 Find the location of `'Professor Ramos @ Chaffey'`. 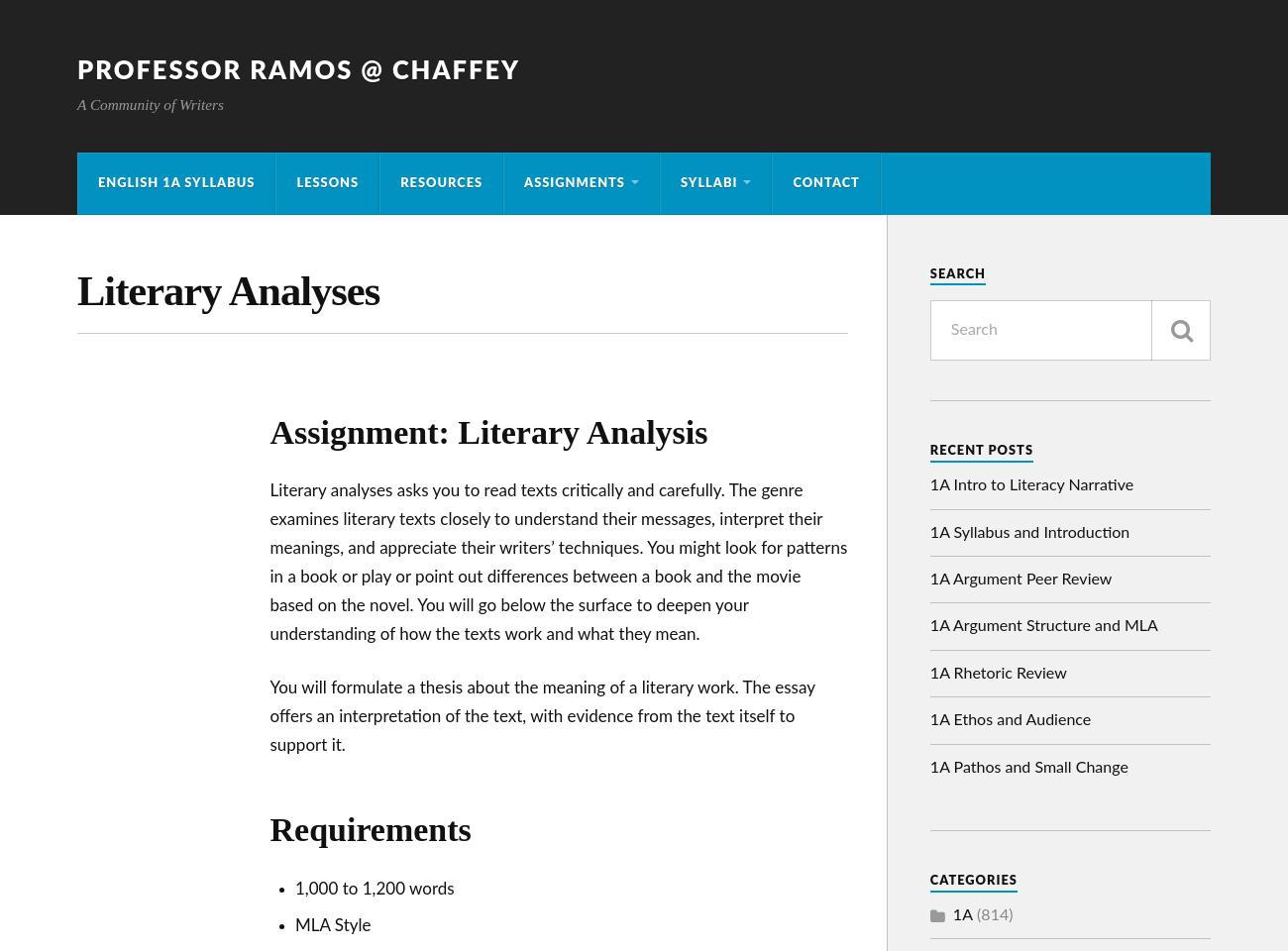

'Professor Ramos @ Chaffey' is located at coordinates (298, 71).